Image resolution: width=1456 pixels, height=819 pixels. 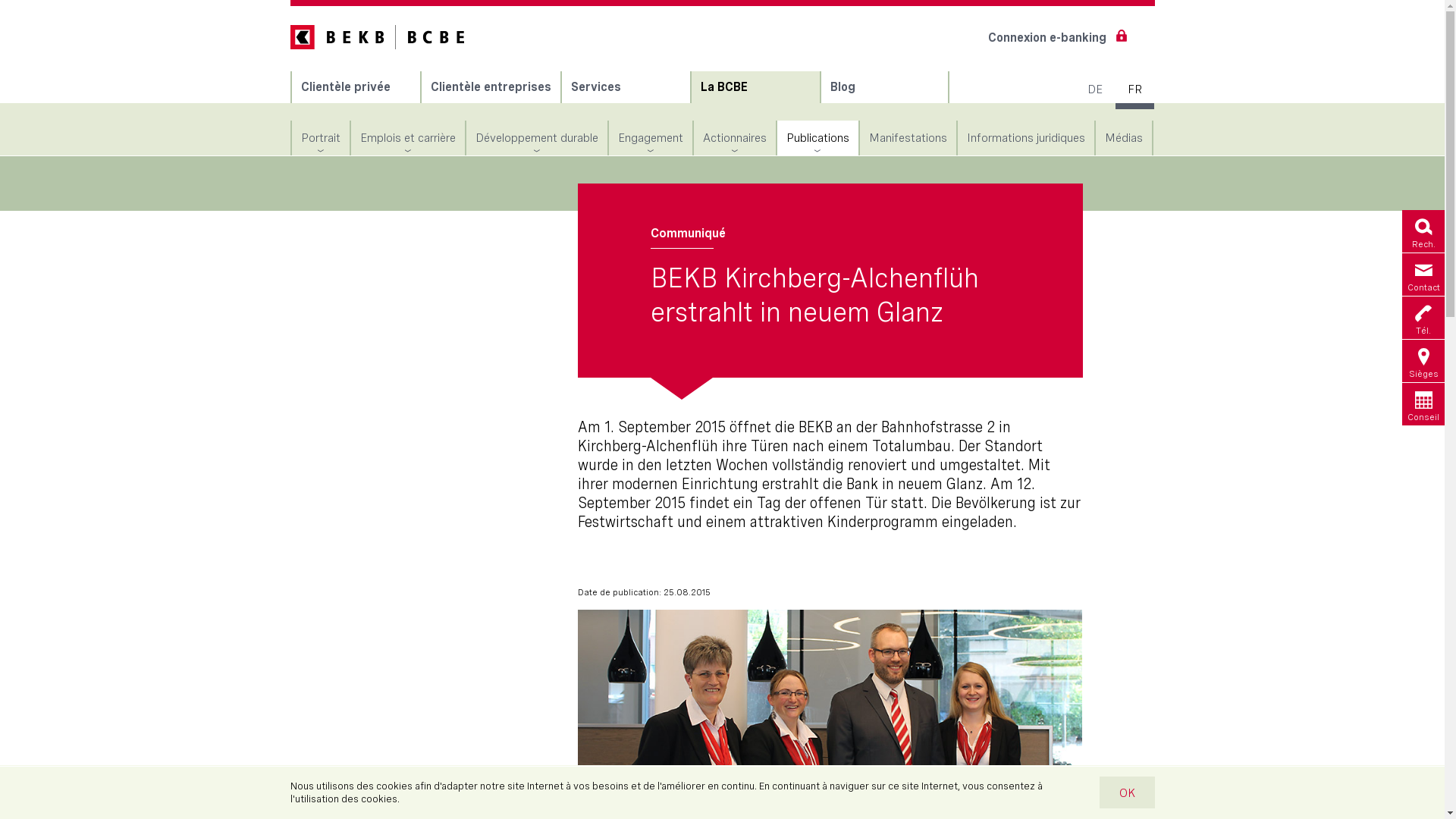 What do you see at coordinates (1422, 275) in the screenshot?
I see `'Contact'` at bounding box center [1422, 275].